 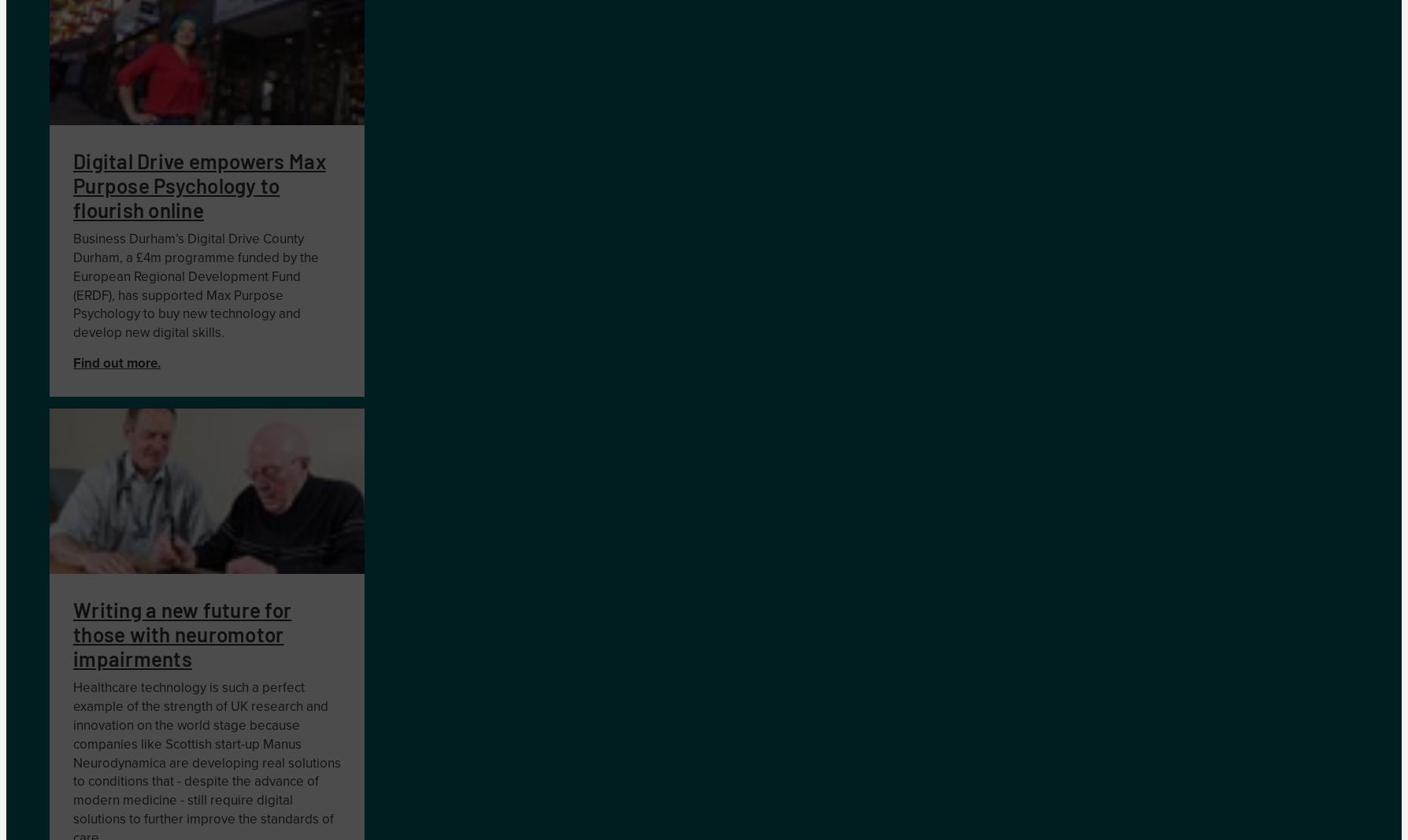 What do you see at coordinates (198, 184) in the screenshot?
I see `'Digital Drive empowers Max Purpose Psychology to flourish online'` at bounding box center [198, 184].